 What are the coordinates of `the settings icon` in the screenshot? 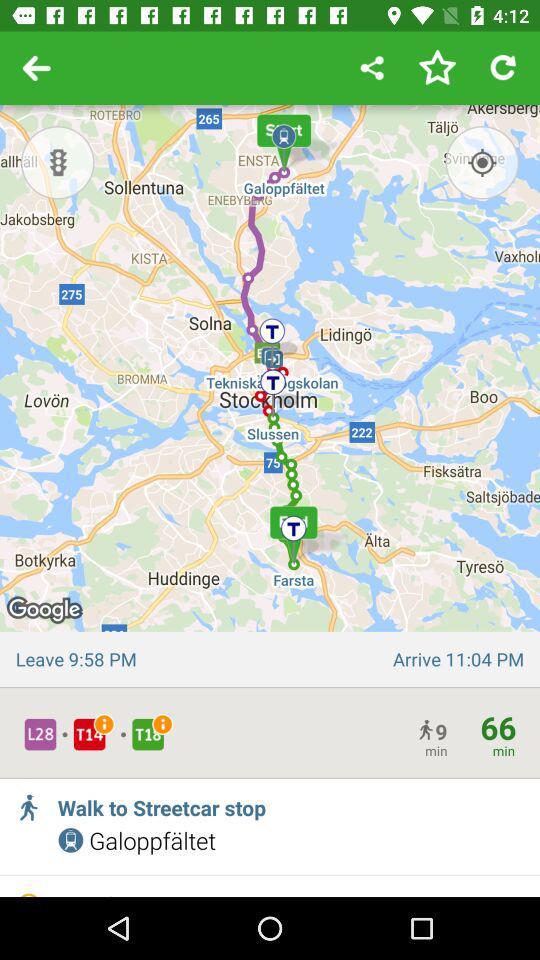 It's located at (57, 161).